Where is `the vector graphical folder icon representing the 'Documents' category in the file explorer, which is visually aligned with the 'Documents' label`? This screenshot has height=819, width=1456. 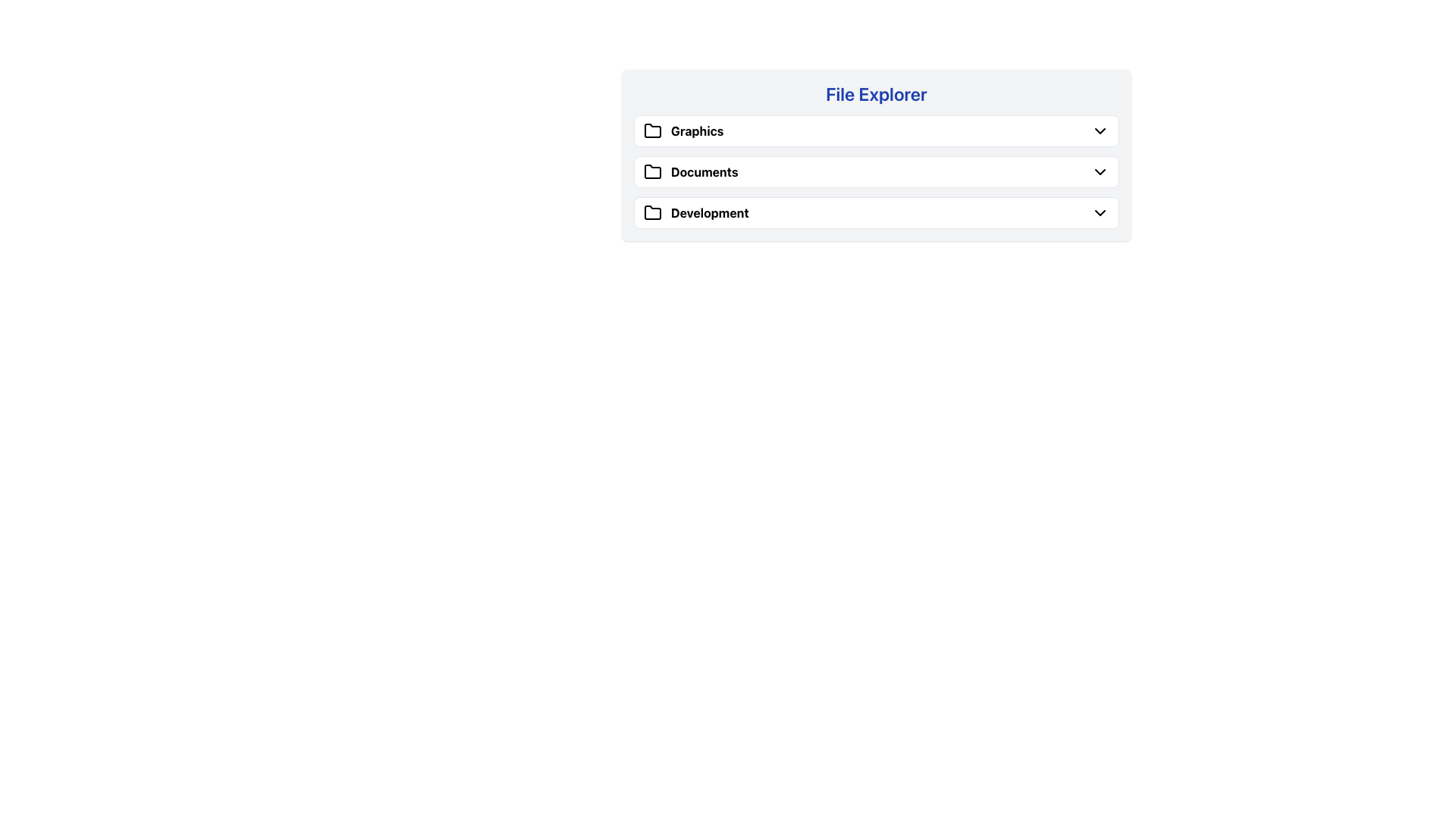 the vector graphical folder icon representing the 'Documents' category in the file explorer, which is visually aligned with the 'Documents' label is located at coordinates (652, 171).